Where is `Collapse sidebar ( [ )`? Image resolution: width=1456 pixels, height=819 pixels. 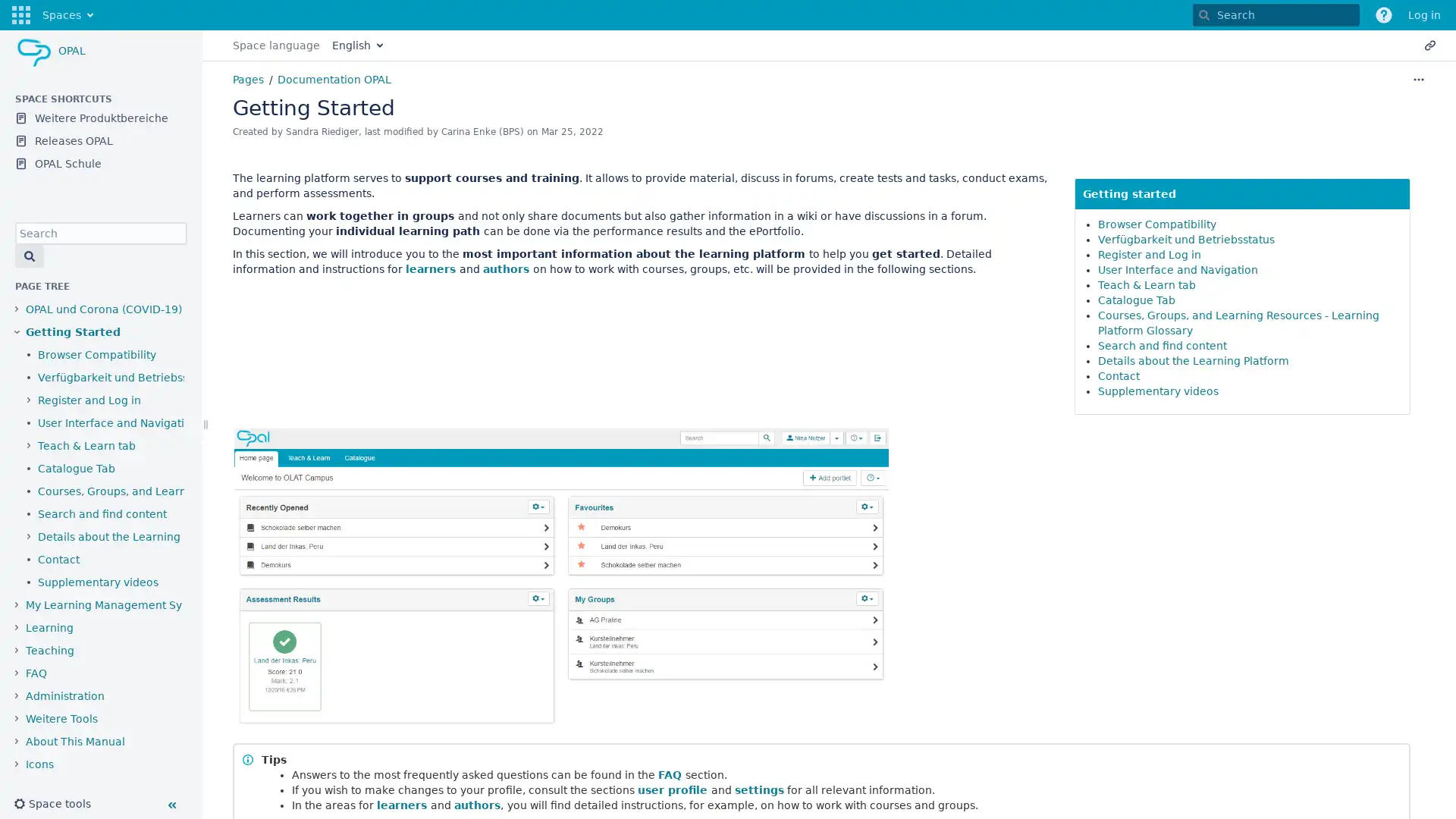 Collapse sidebar ( [ ) is located at coordinates (171, 804).